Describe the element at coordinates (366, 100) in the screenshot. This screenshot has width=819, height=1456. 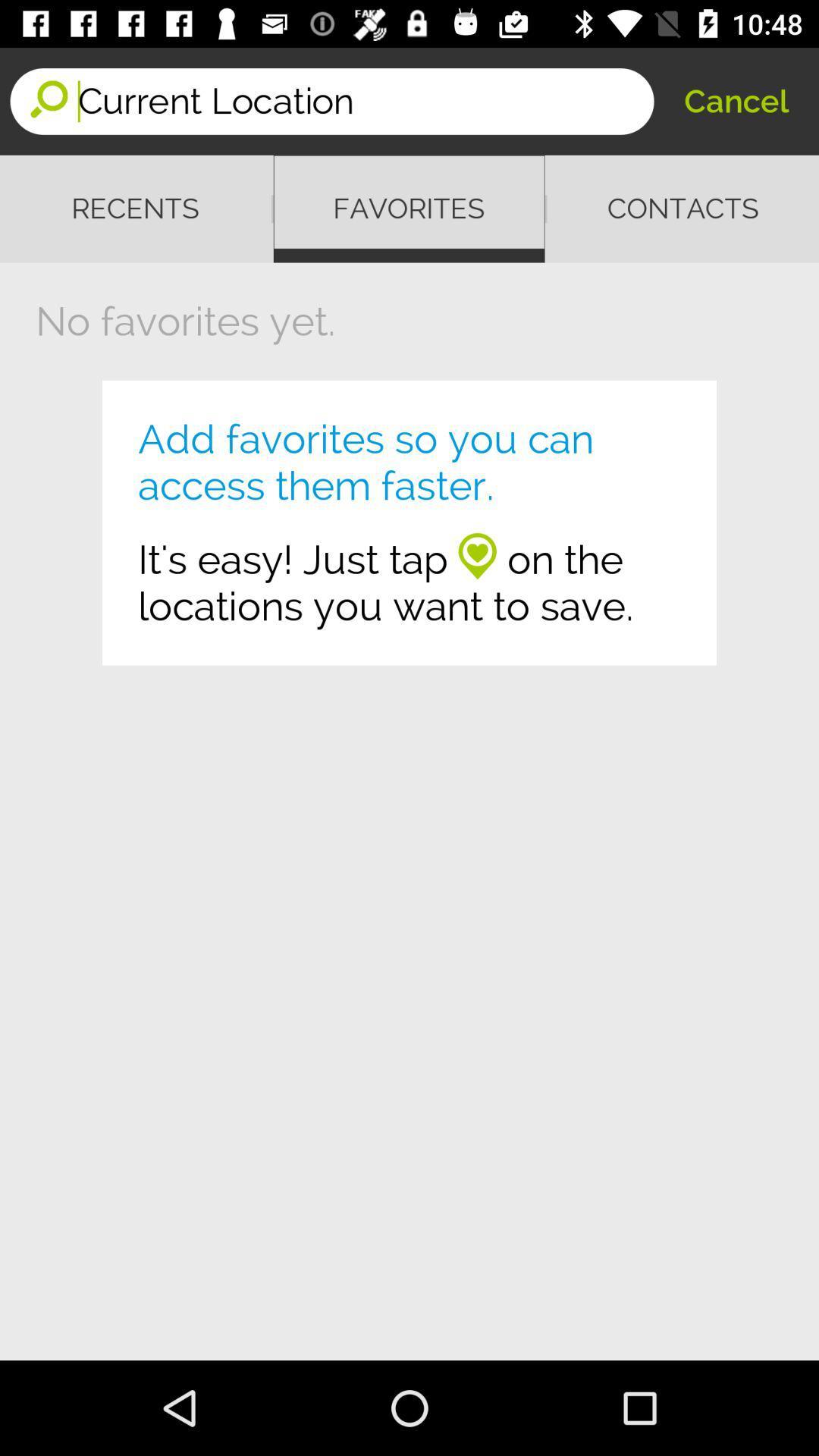
I see `current location icon` at that location.